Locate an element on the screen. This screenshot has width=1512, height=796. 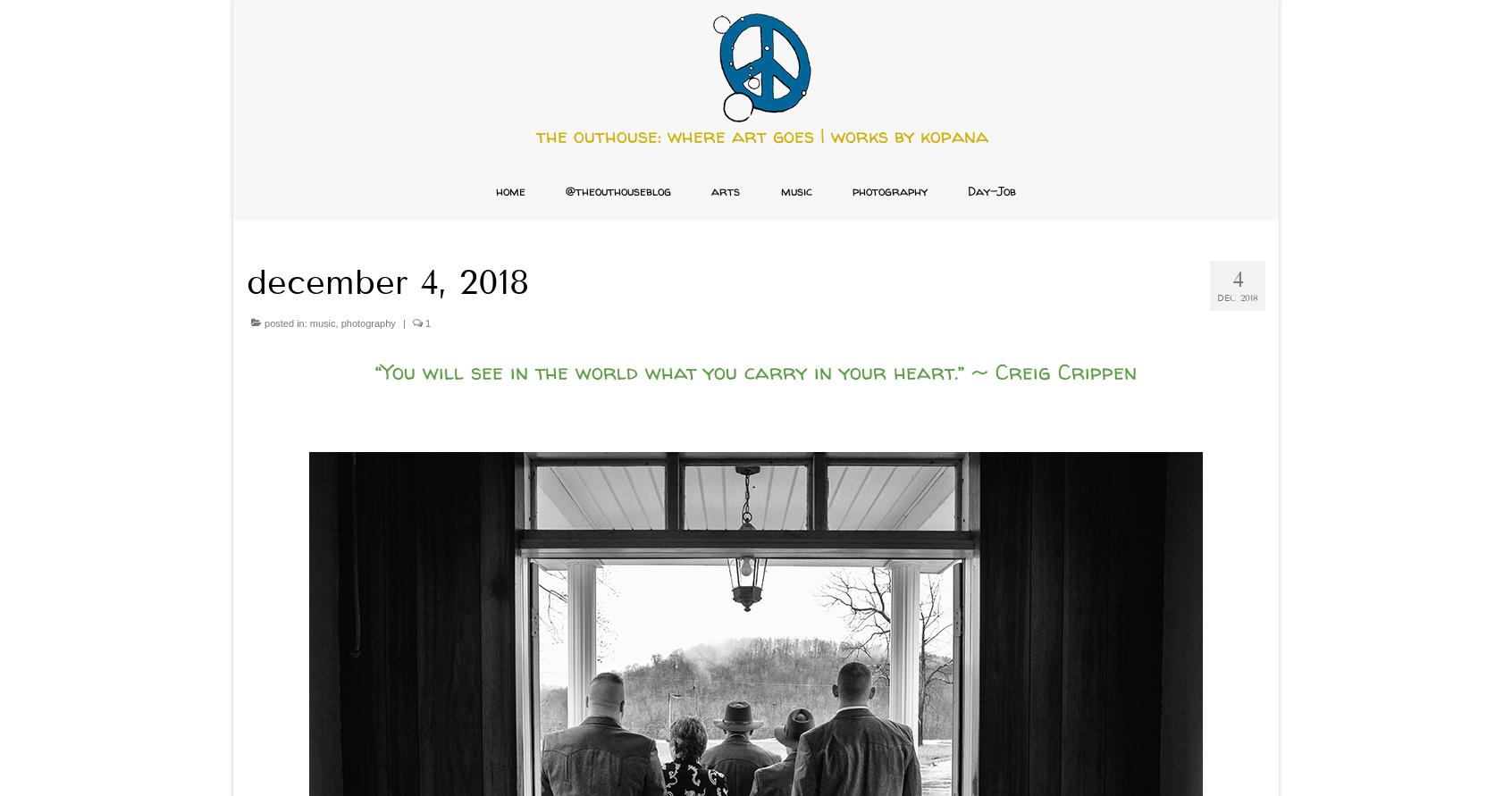
'posted in:' is located at coordinates (284, 323).